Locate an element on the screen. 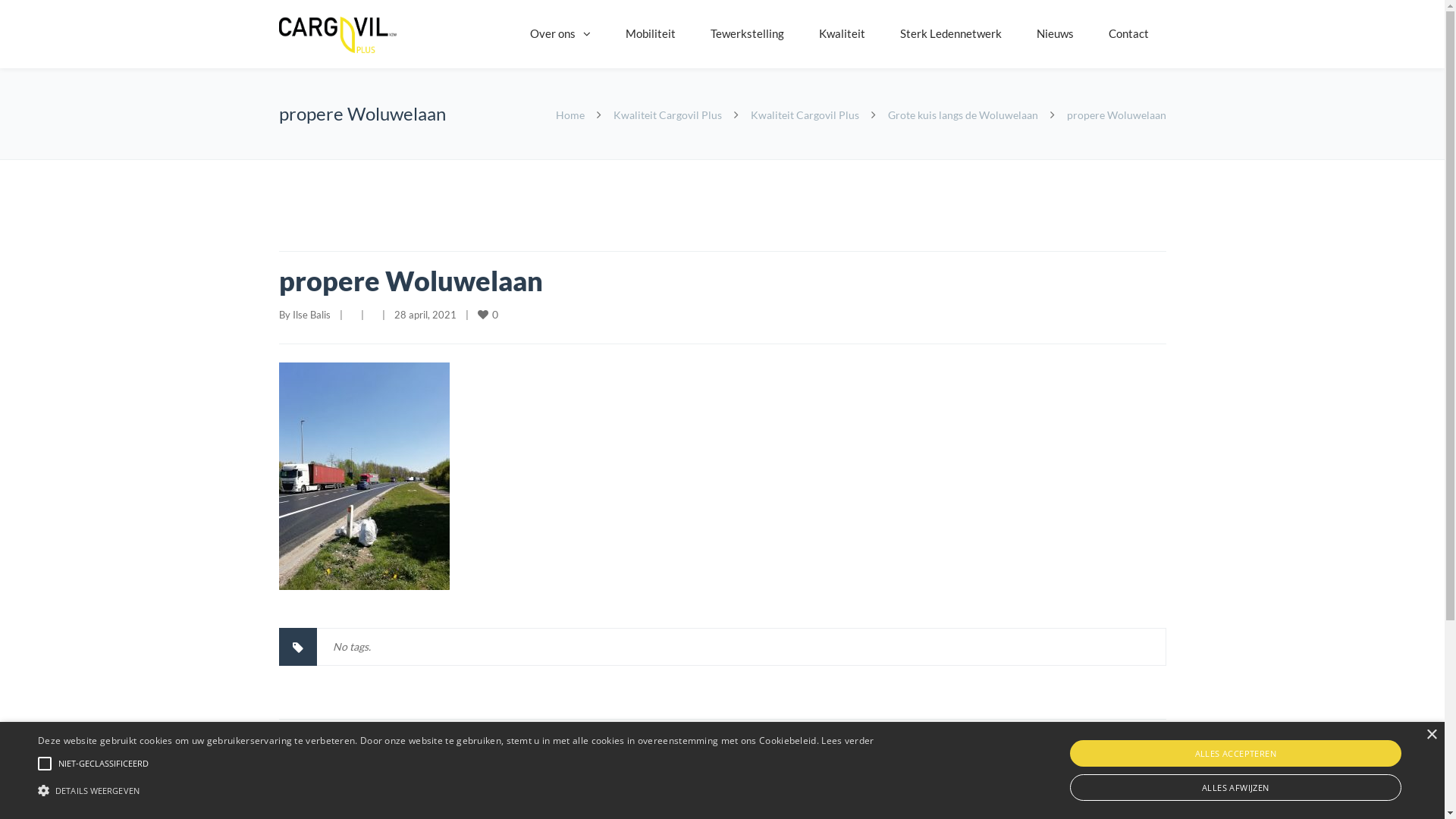  'Lees verder' is located at coordinates (821, 739).